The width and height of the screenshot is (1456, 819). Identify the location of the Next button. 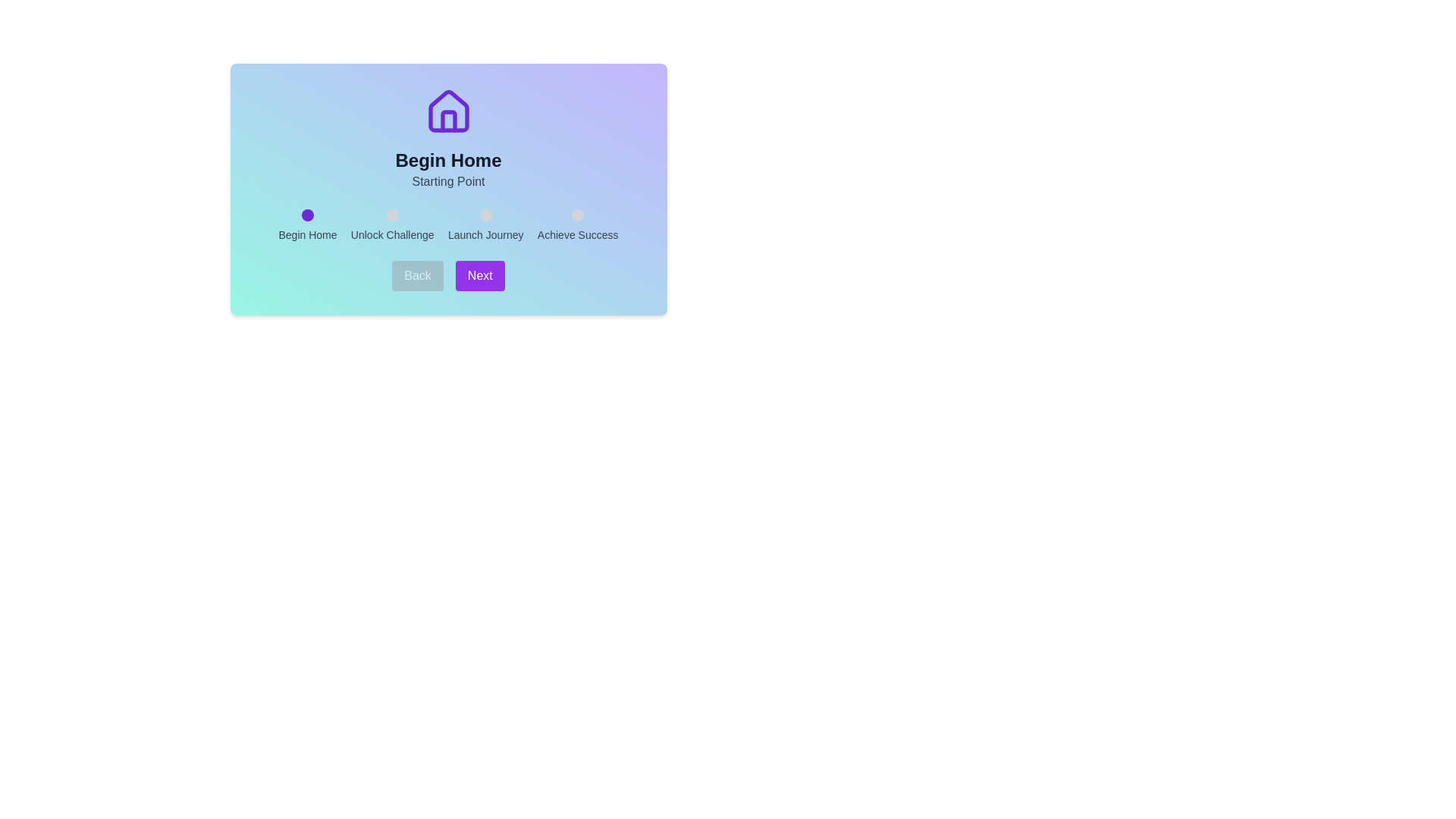
(479, 275).